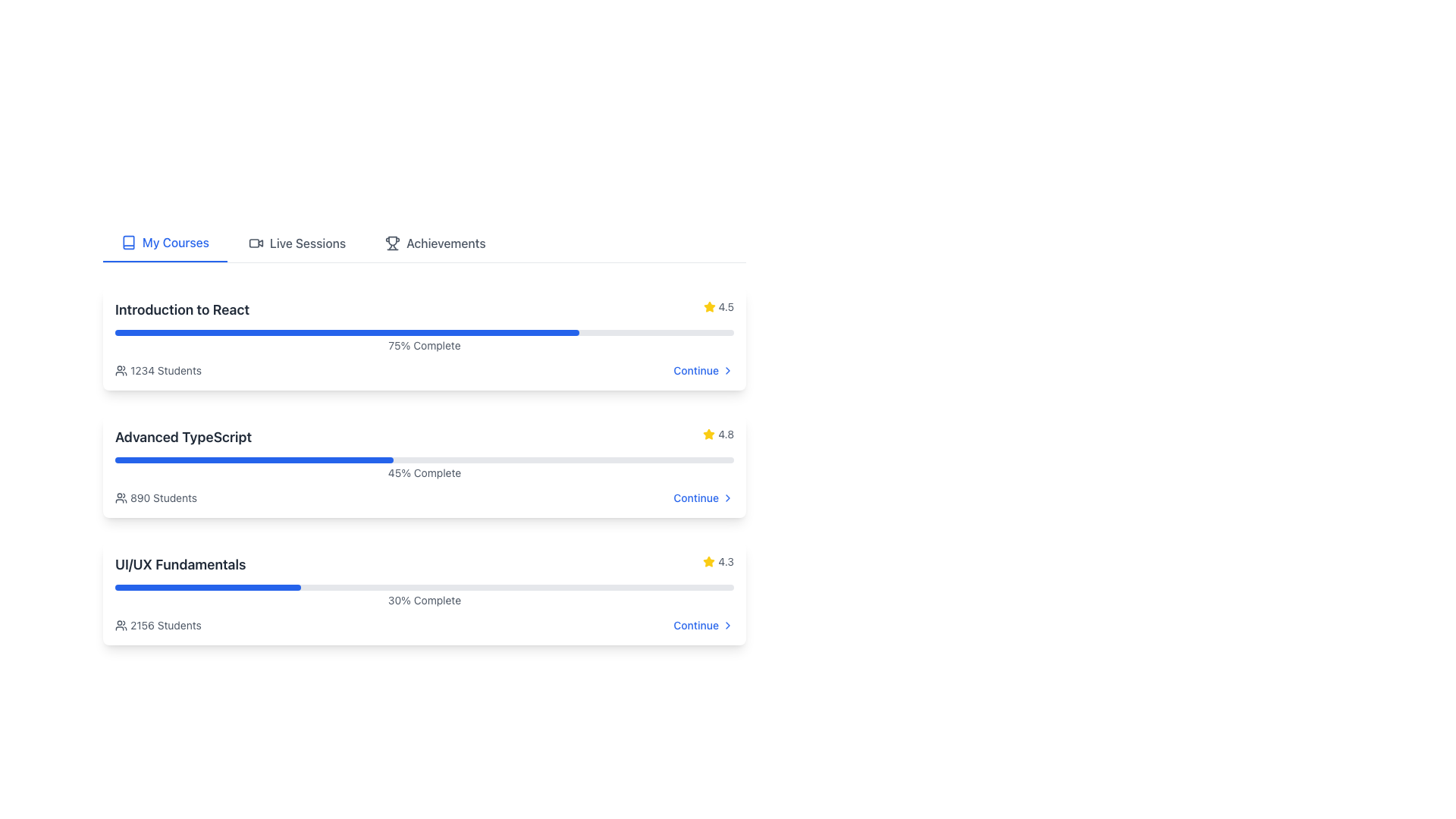  Describe the element at coordinates (156, 497) in the screenshot. I see `the informational text displaying '890 Students' with the accompanying icon representing a group of people, located in the bottom-left part of the 'Advanced TypeScript' section, directly beneath the progress bar` at that location.